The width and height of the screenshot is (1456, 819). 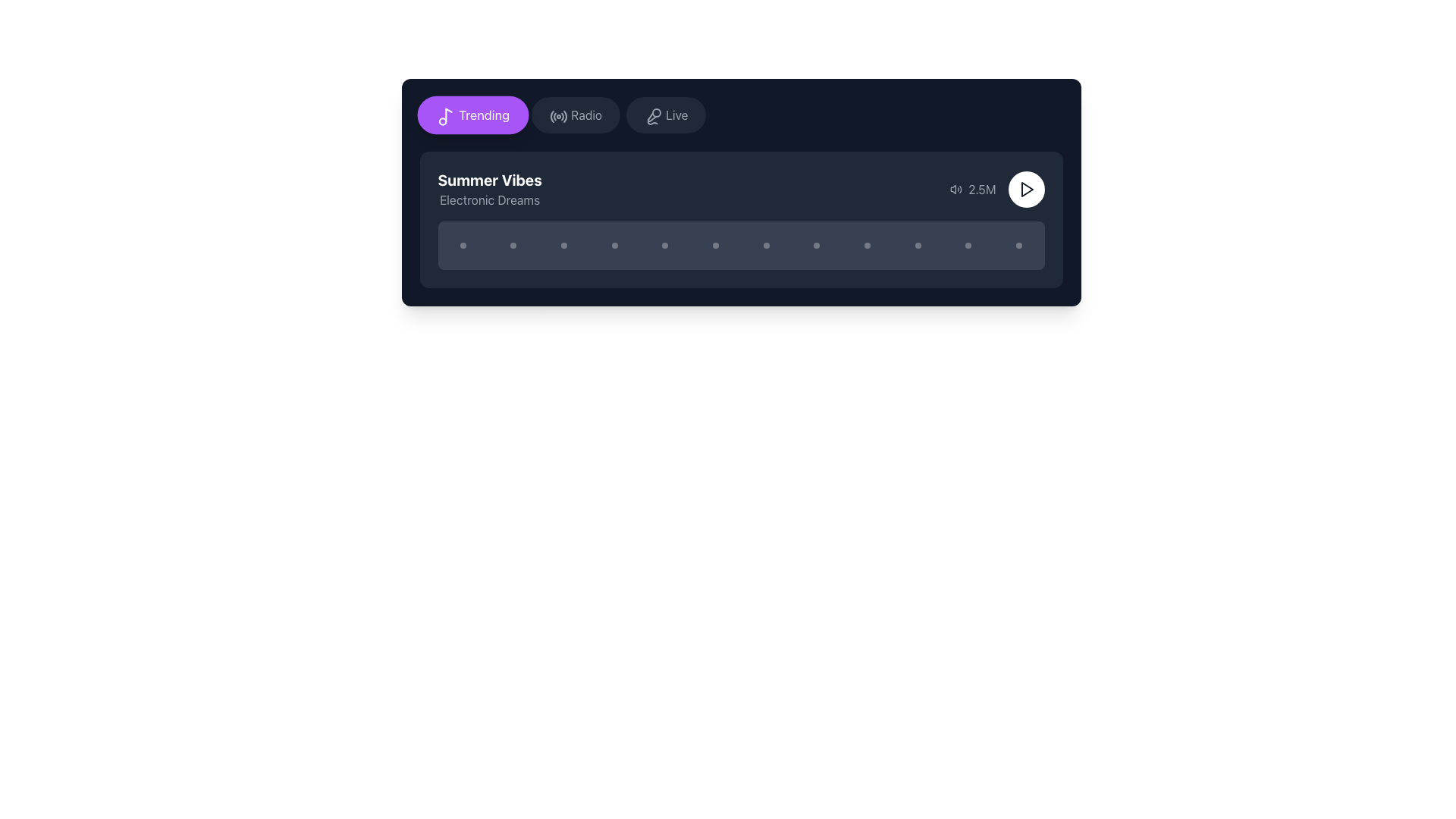 What do you see at coordinates (1026, 189) in the screenshot?
I see `the play button located within a circular button at the far right edge of the rectangular component displaying song information` at bounding box center [1026, 189].